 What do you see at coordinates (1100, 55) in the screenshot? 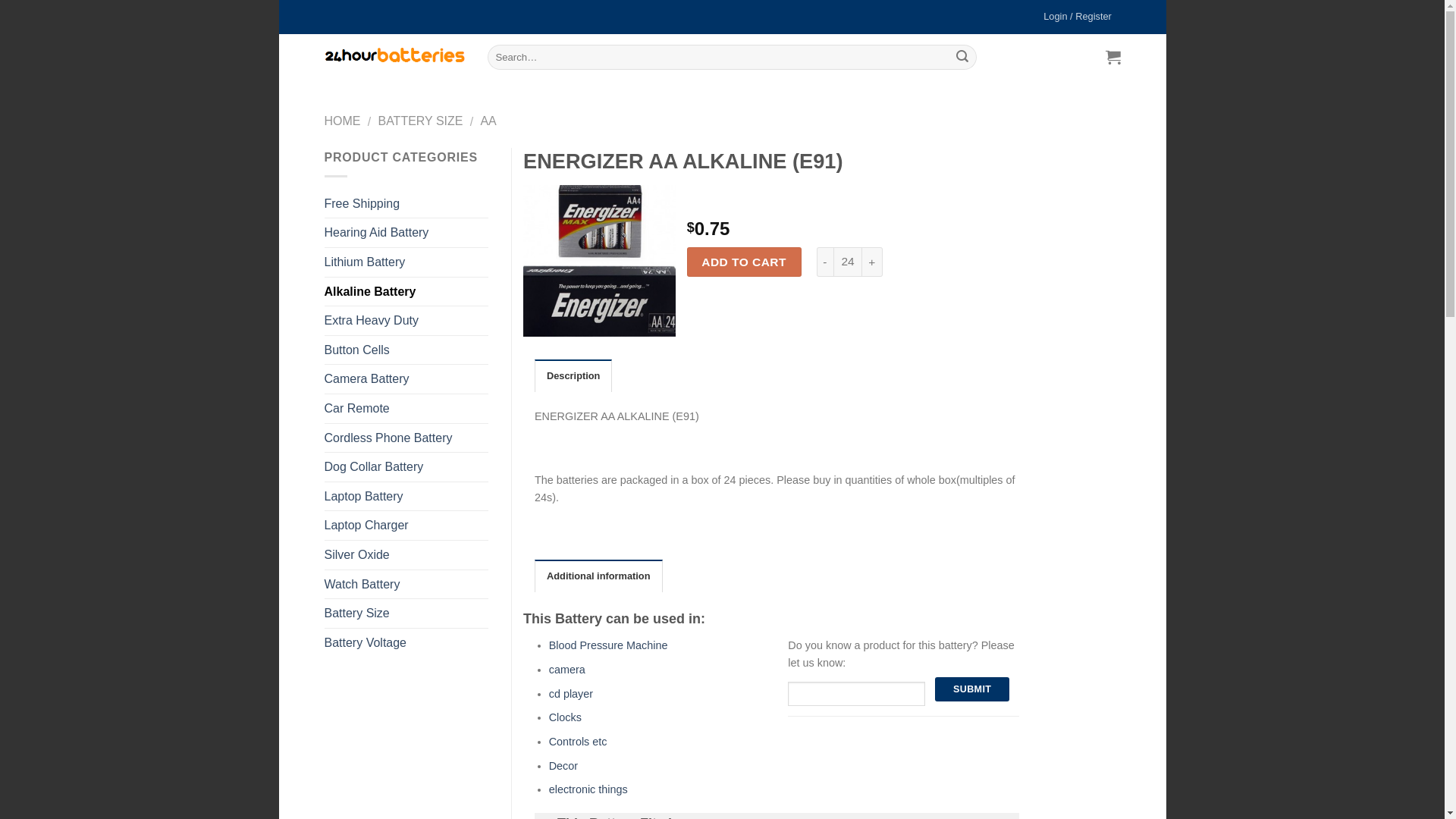
I see `'Cart'` at bounding box center [1100, 55].